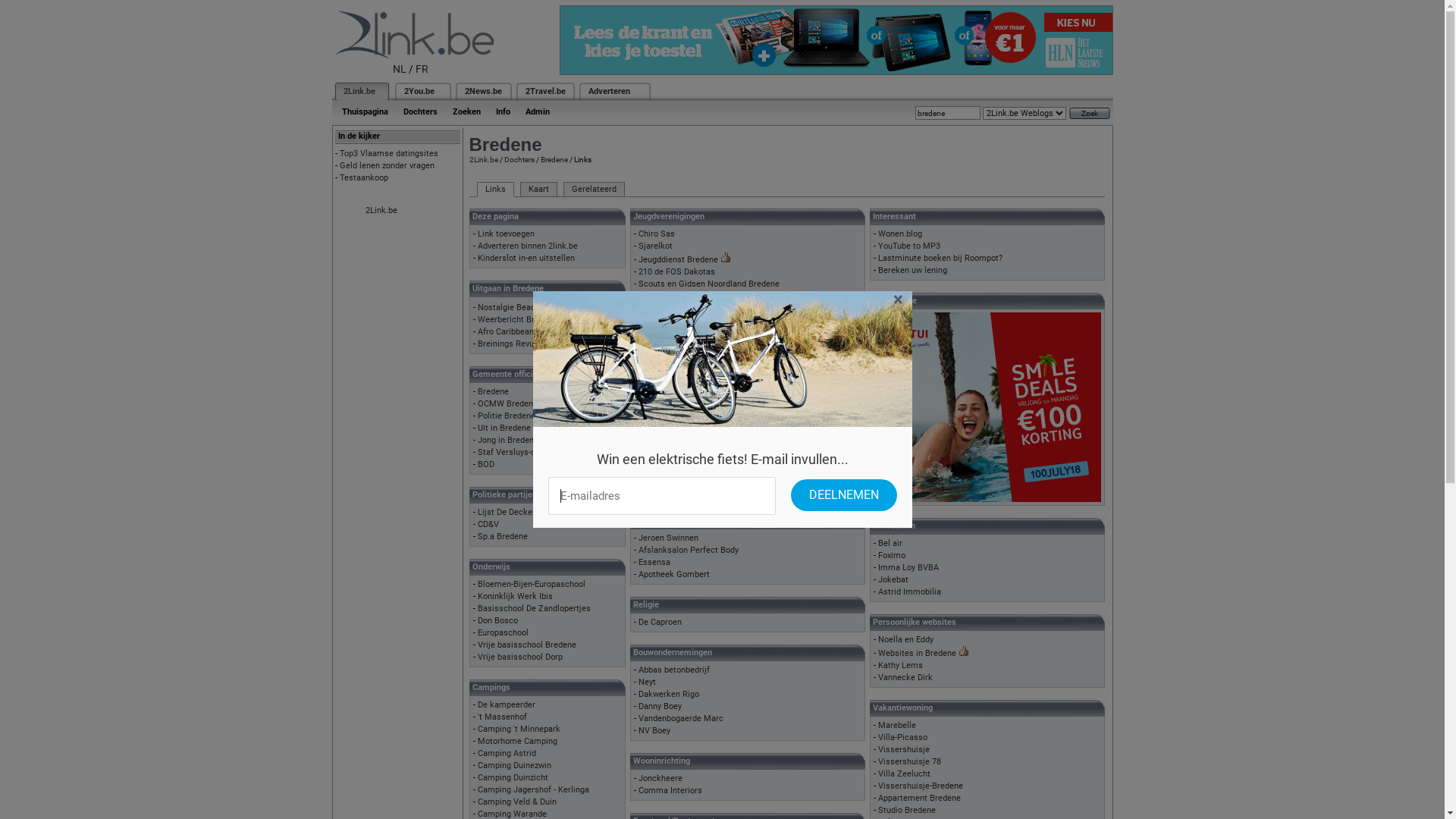  What do you see at coordinates (523, 416) in the screenshot?
I see `'Politie Bredene-De Haan'` at bounding box center [523, 416].